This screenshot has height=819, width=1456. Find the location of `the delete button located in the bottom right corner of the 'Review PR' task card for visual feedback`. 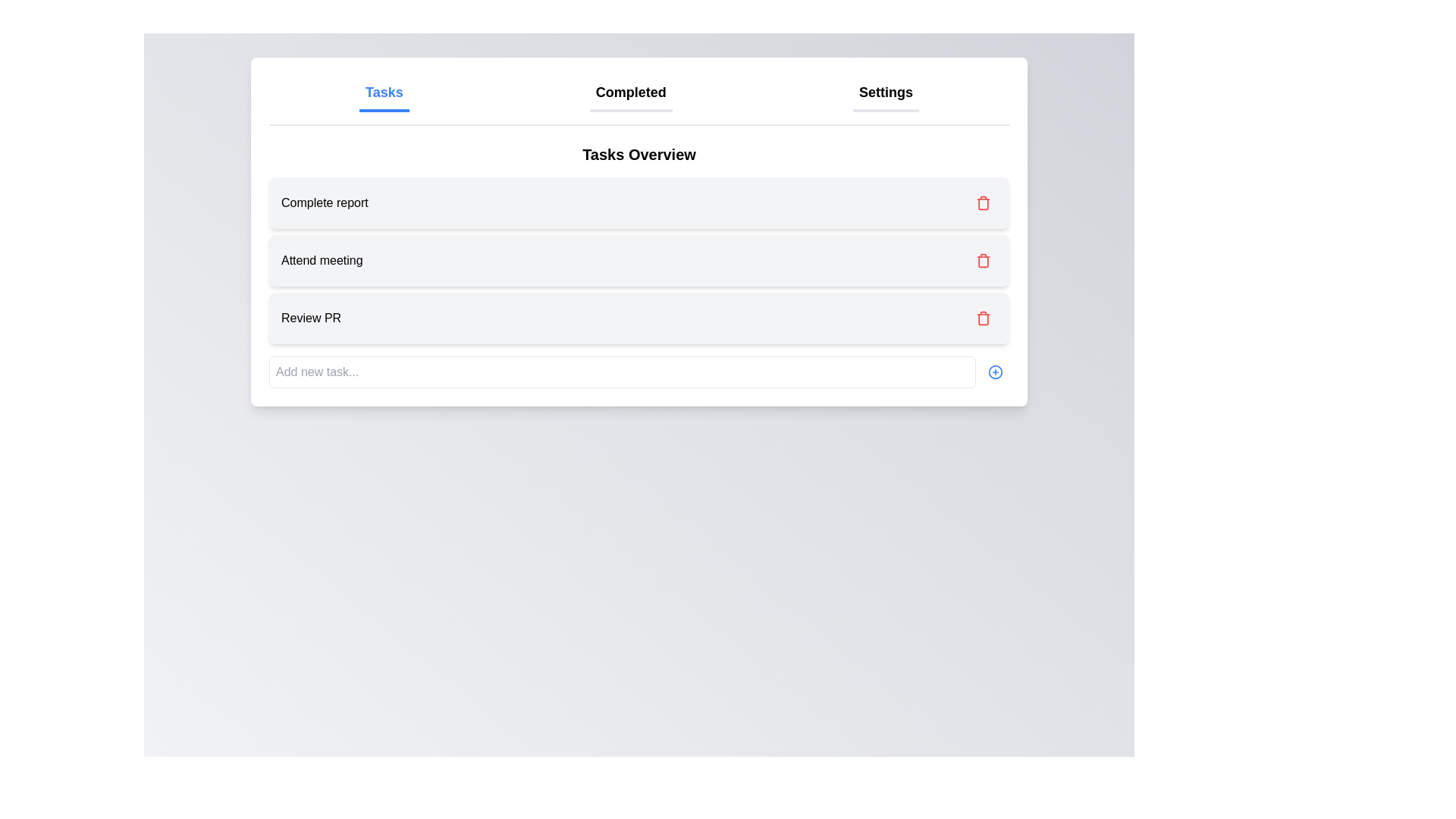

the delete button located in the bottom right corner of the 'Review PR' task card for visual feedback is located at coordinates (983, 318).